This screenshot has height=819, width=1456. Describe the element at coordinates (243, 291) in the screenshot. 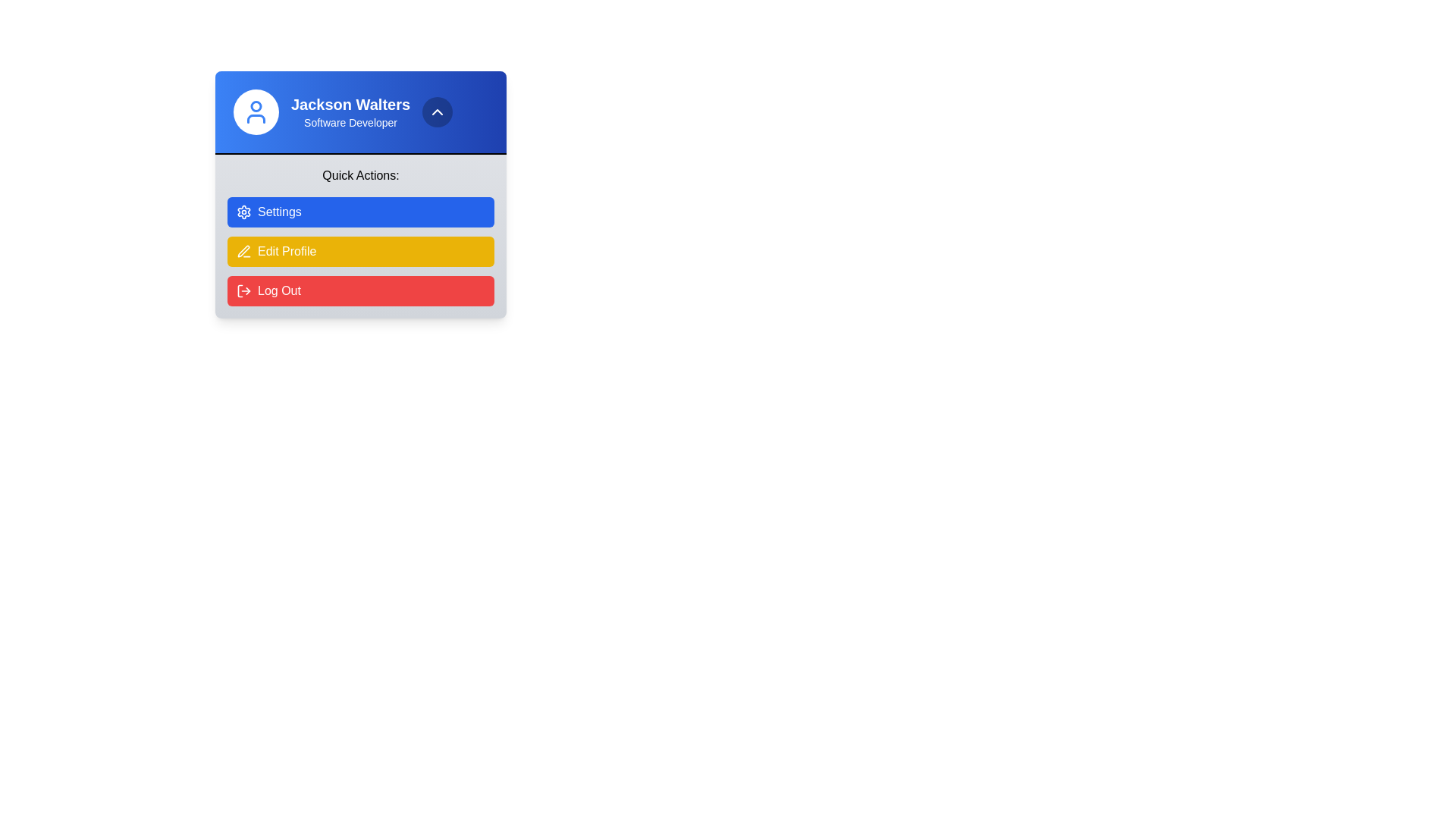

I see `the 'Log Out' button, which features a red logout arrow icon on its left side` at that location.